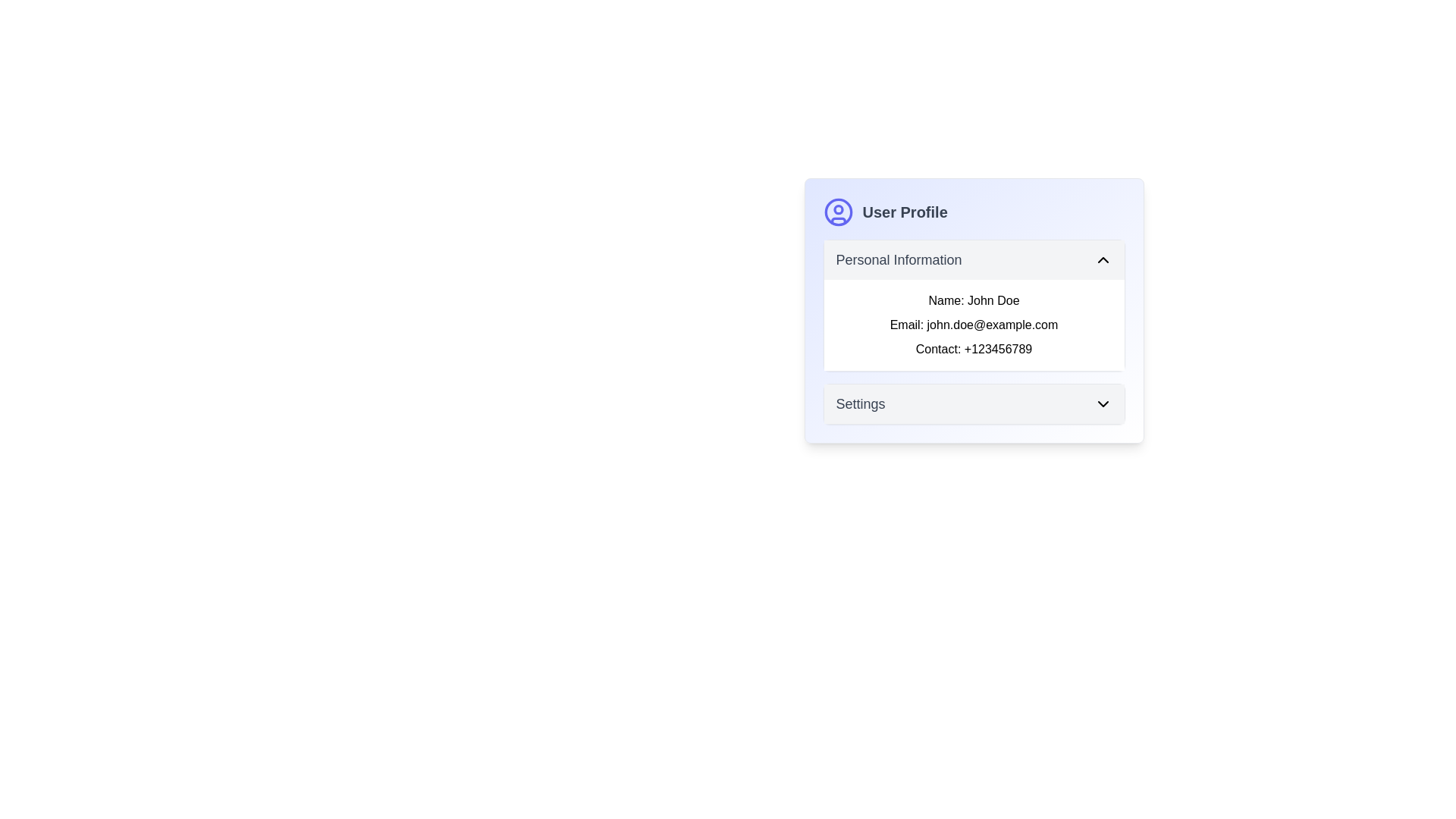 This screenshot has height=819, width=1456. I want to click on the bordered and shadowed Text content box displaying user information, which is located in the user profile section, to interact with its expandable or collapsible features, so click(974, 305).